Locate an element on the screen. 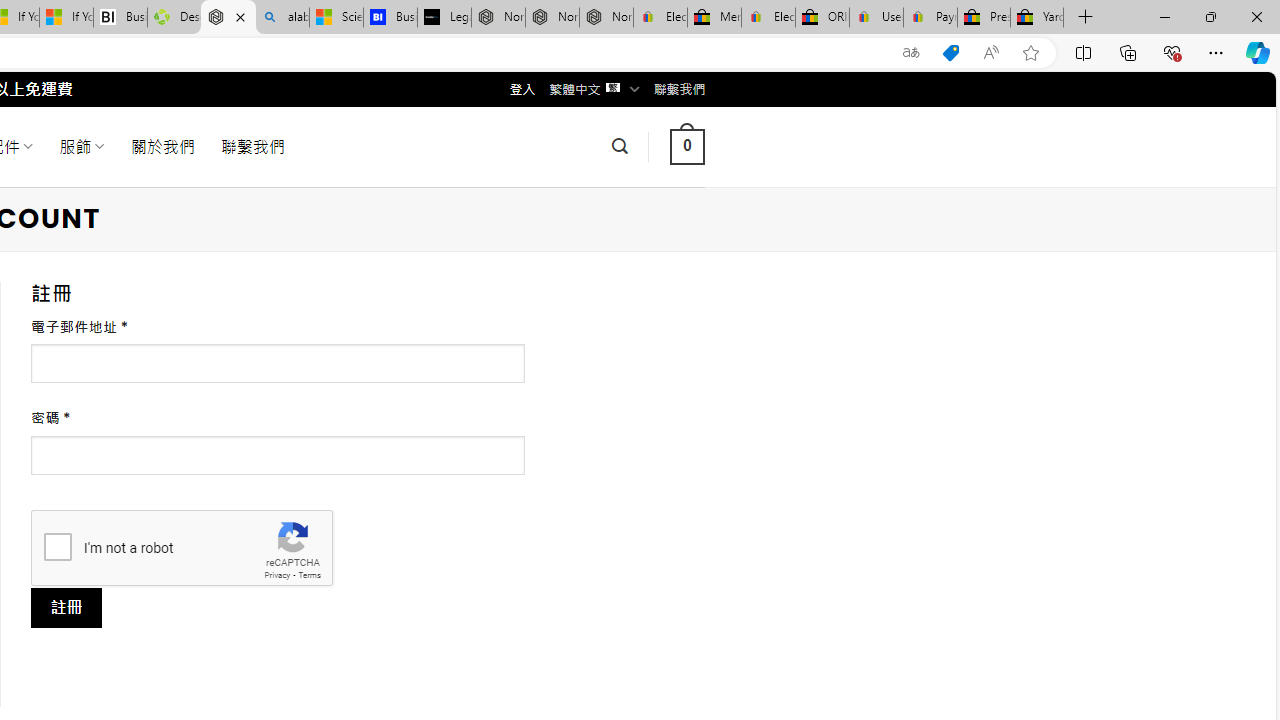 Image resolution: width=1280 pixels, height=720 pixels. ' 0 ' is located at coordinates (687, 145).